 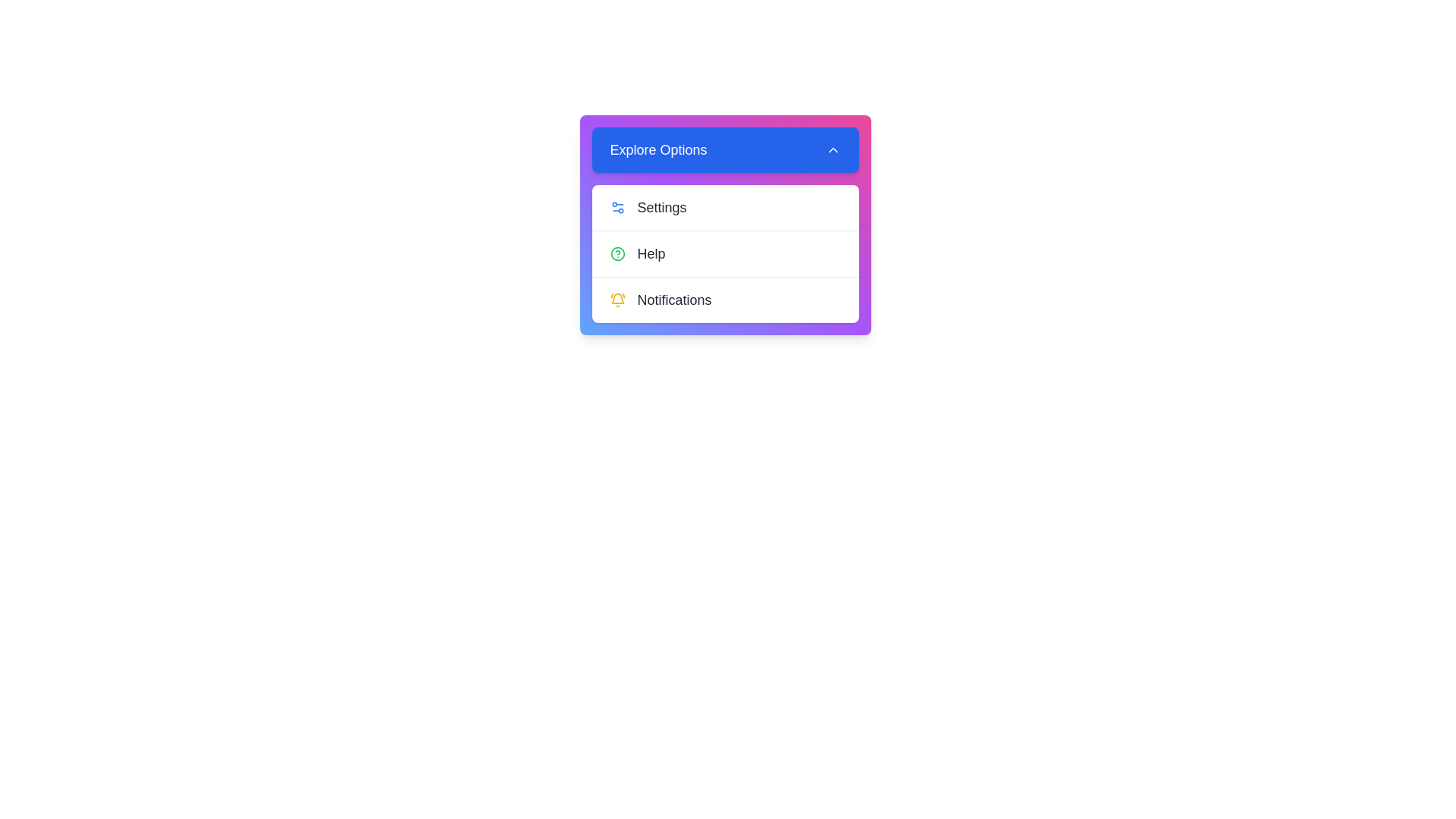 I want to click on the menu item Settings, so click(x=724, y=207).